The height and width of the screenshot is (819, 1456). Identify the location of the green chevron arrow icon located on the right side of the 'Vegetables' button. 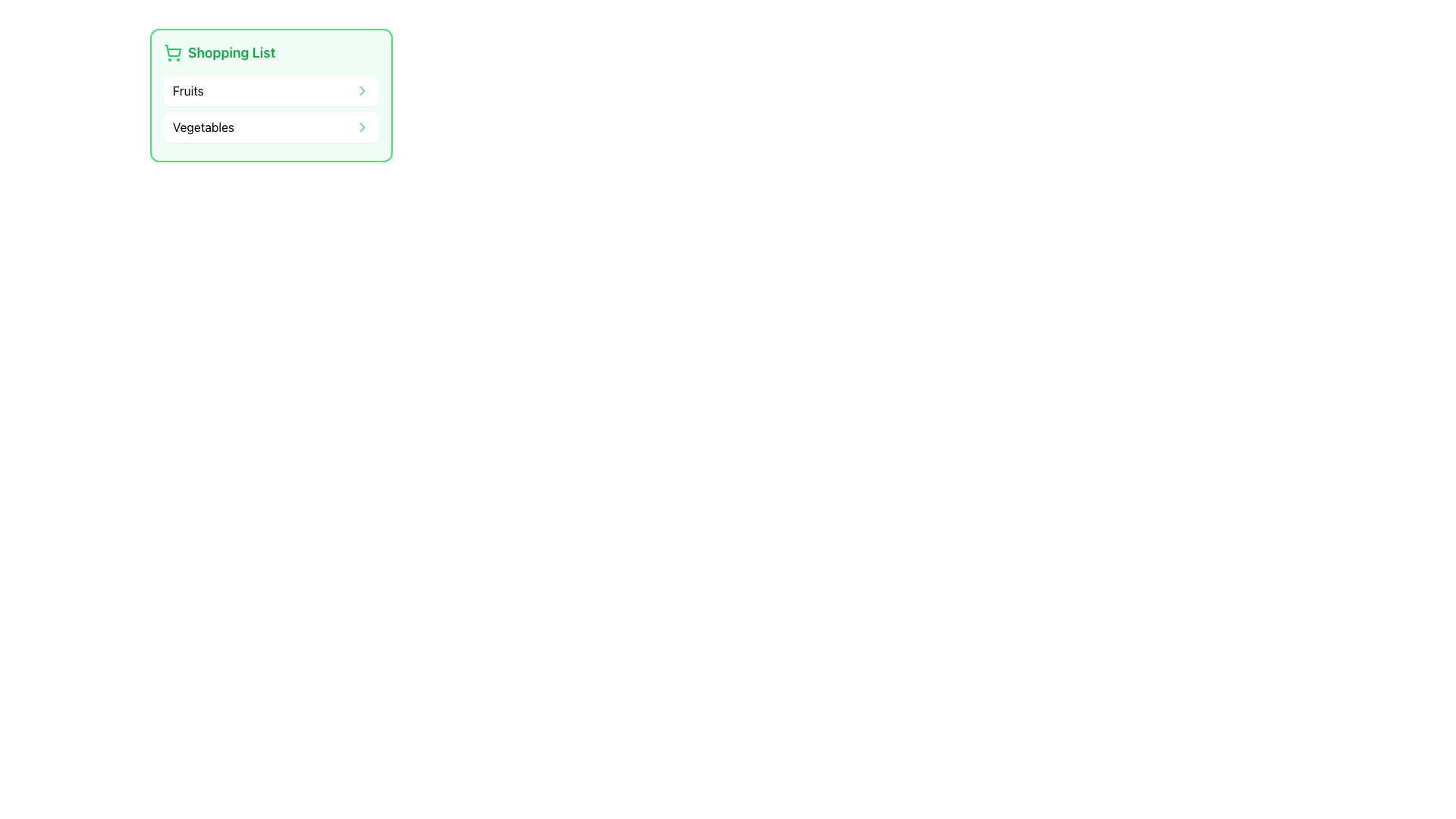
(362, 127).